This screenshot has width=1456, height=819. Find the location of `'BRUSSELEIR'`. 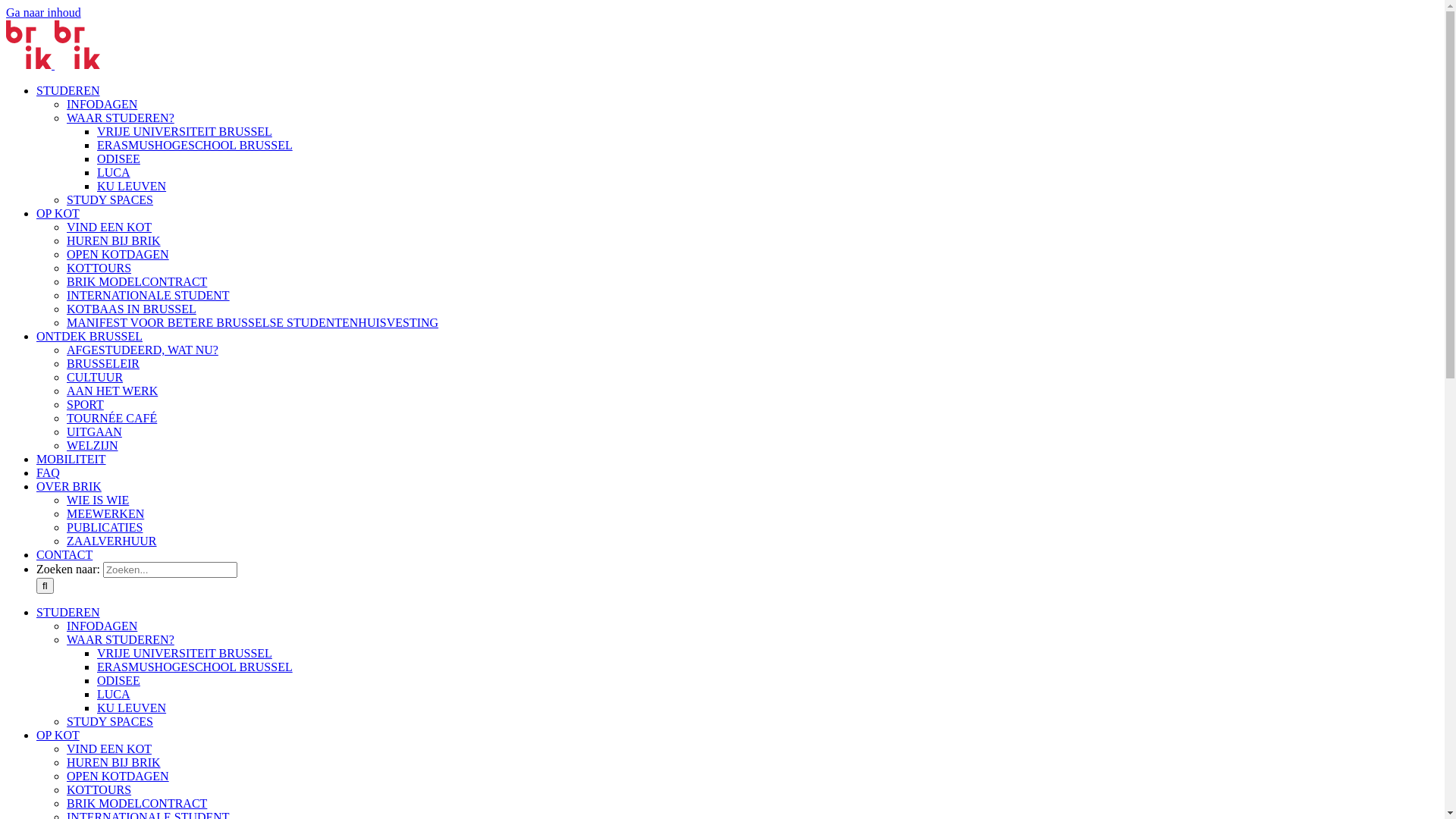

'BRUSSELEIR' is located at coordinates (102, 363).